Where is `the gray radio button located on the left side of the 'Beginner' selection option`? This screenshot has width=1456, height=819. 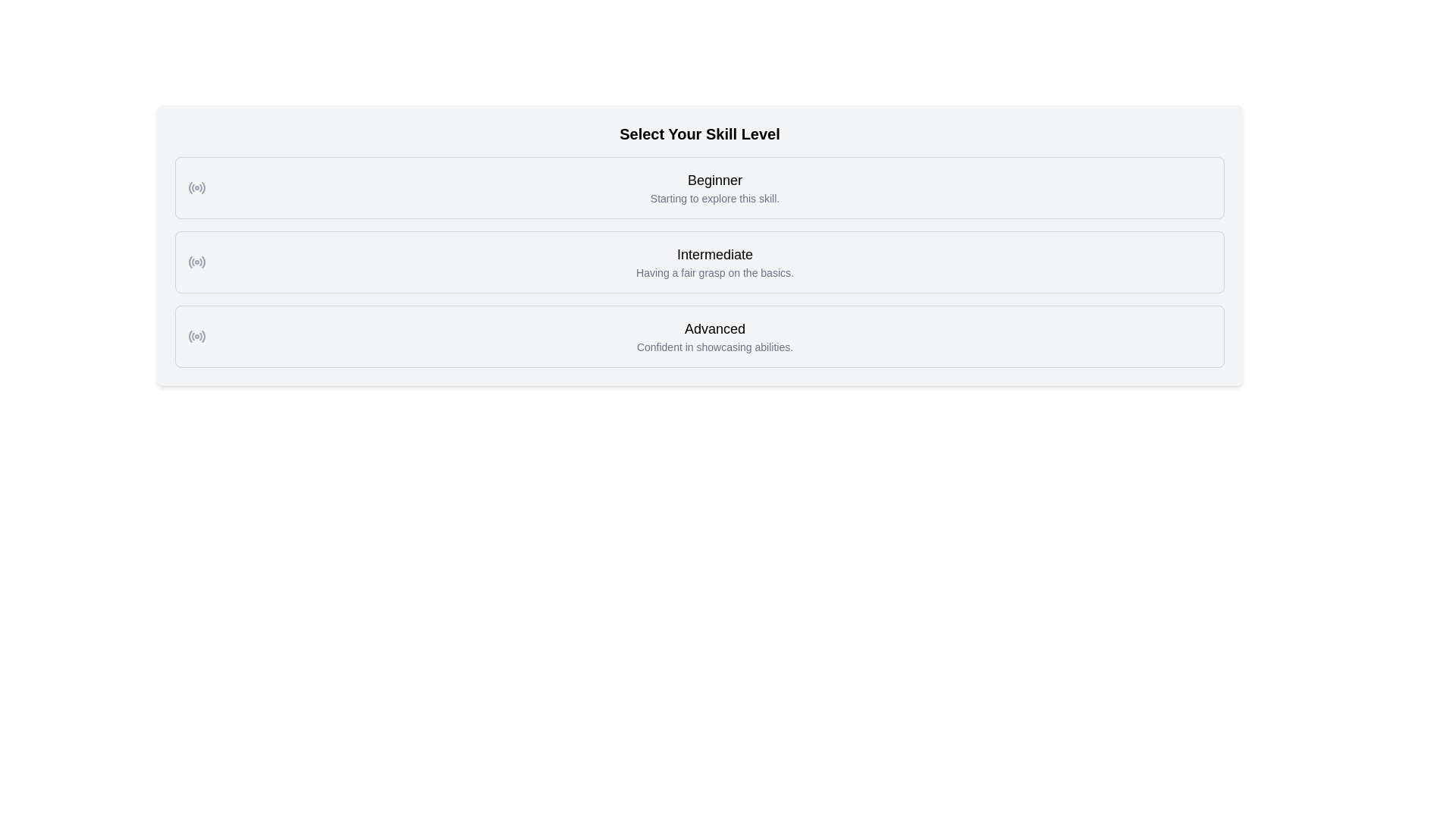 the gray radio button located on the left side of the 'Beginner' selection option is located at coordinates (196, 187).